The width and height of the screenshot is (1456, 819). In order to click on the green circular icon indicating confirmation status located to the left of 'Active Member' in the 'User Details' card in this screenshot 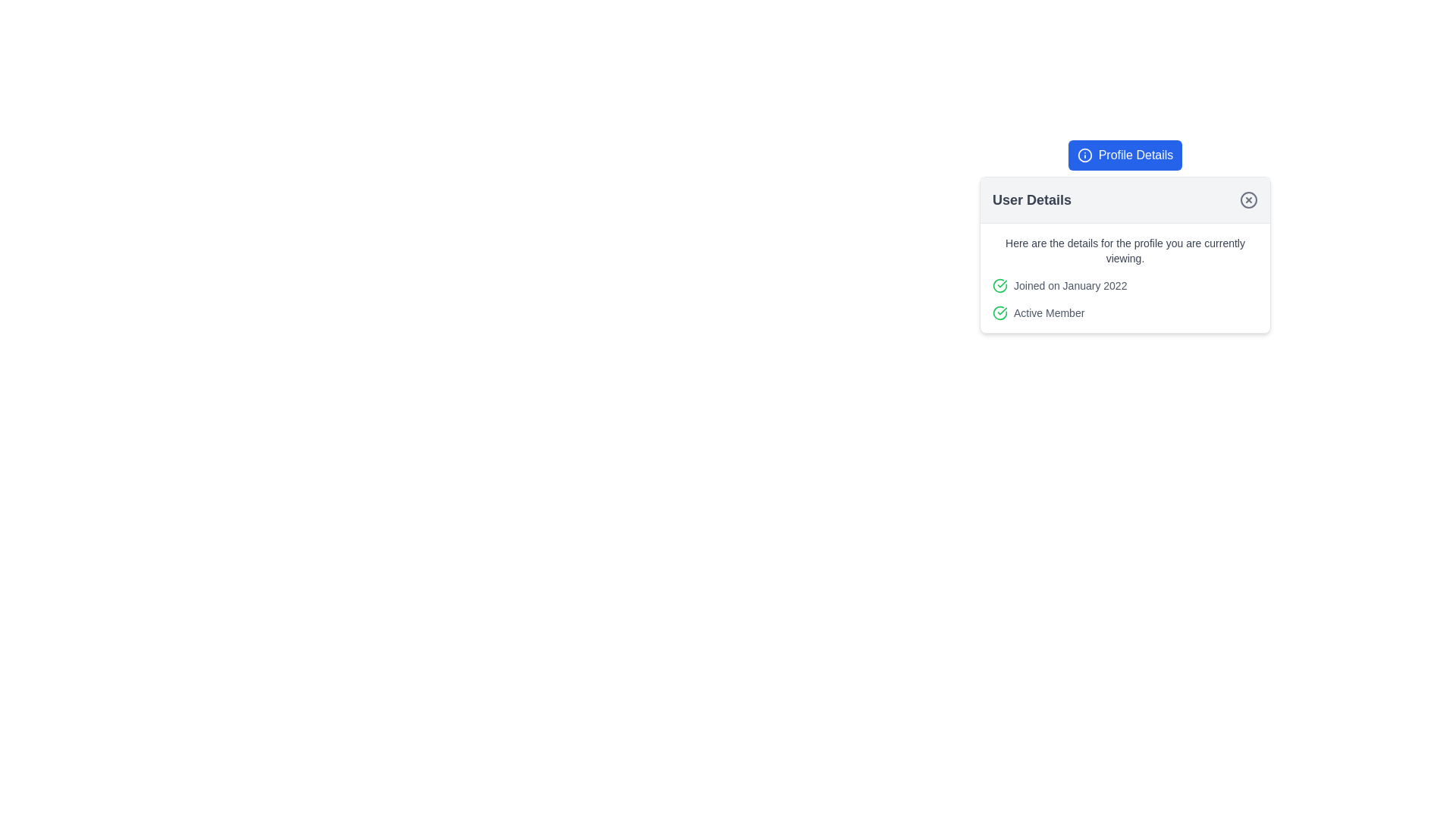, I will do `click(1000, 312)`.